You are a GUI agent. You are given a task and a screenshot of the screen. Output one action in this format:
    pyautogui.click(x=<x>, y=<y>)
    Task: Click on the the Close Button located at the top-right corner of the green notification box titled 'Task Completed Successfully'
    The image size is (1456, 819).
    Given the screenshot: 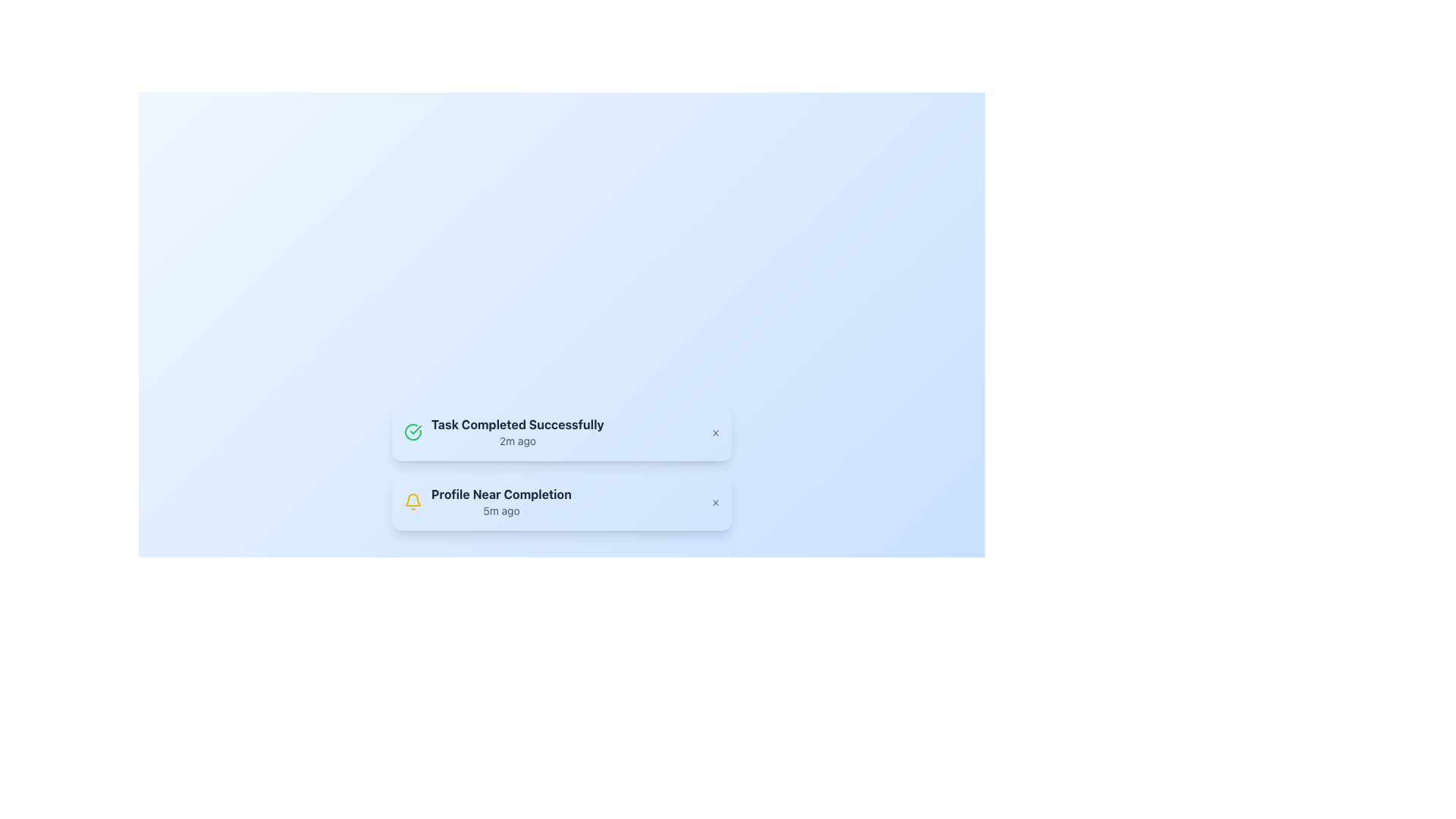 What is the action you would take?
    pyautogui.click(x=715, y=432)
    